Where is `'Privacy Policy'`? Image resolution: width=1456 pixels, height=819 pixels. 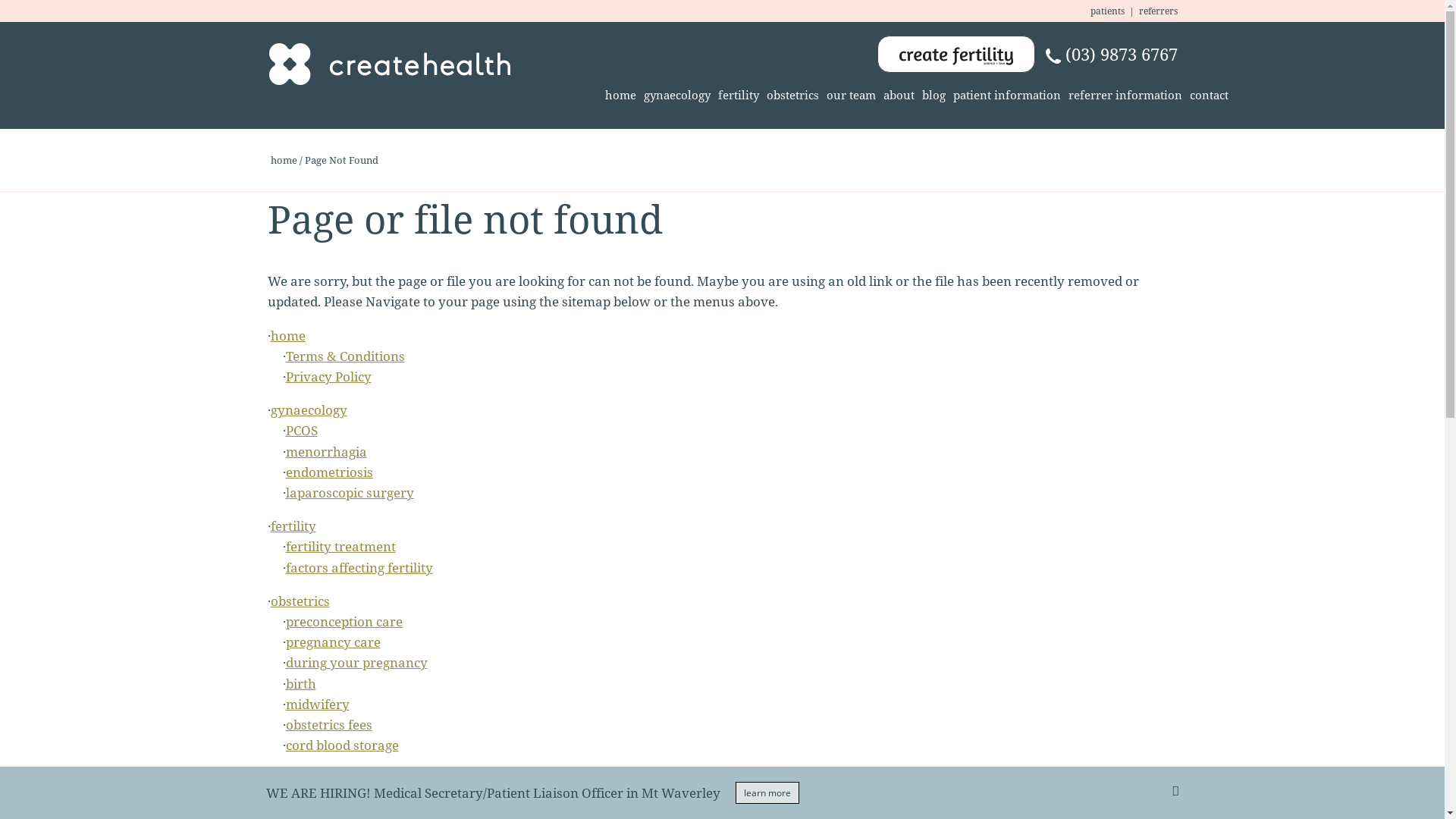
'Privacy Policy' is located at coordinates (327, 375).